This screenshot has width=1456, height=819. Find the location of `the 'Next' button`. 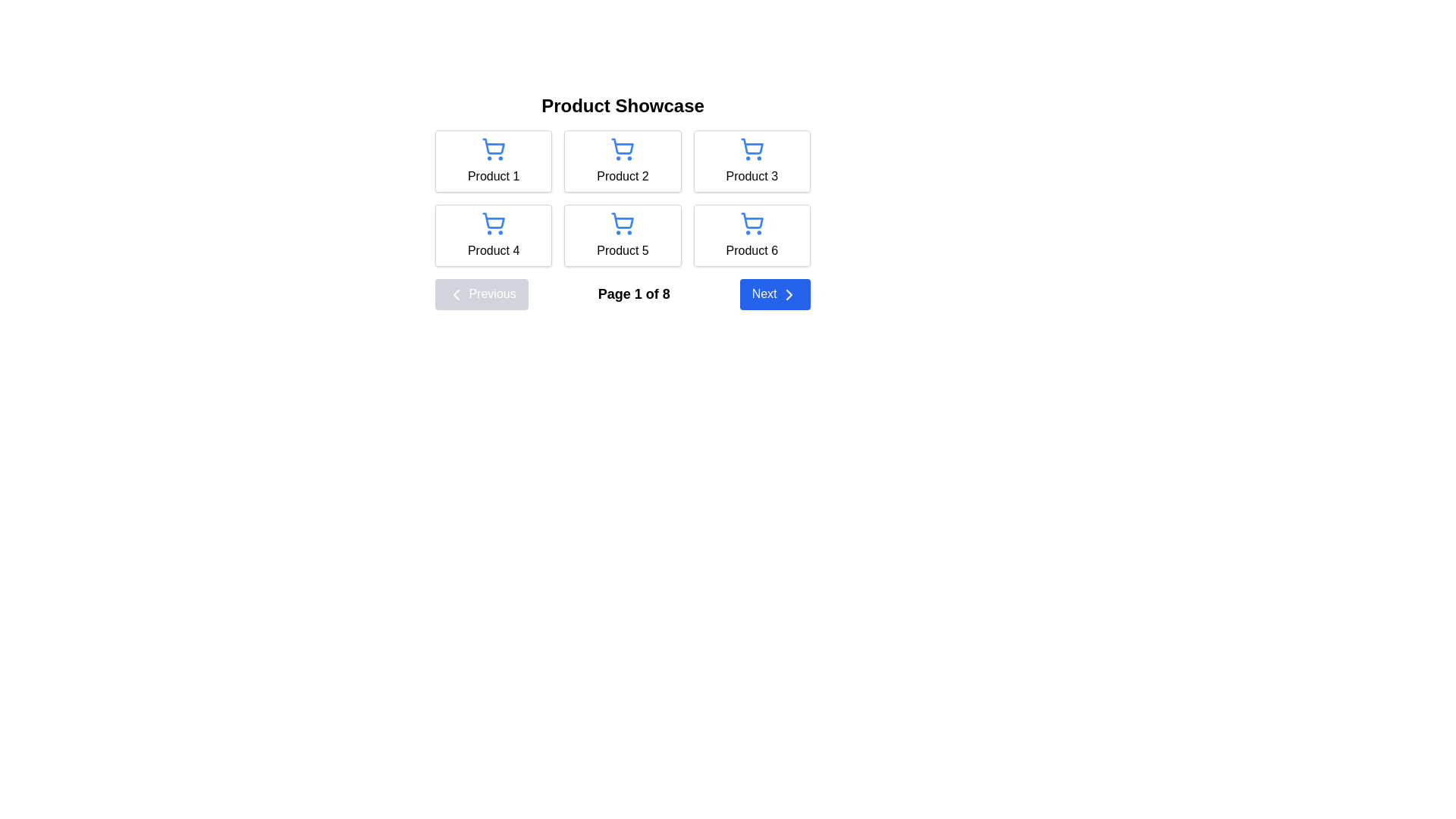

the 'Next' button is located at coordinates (775, 294).